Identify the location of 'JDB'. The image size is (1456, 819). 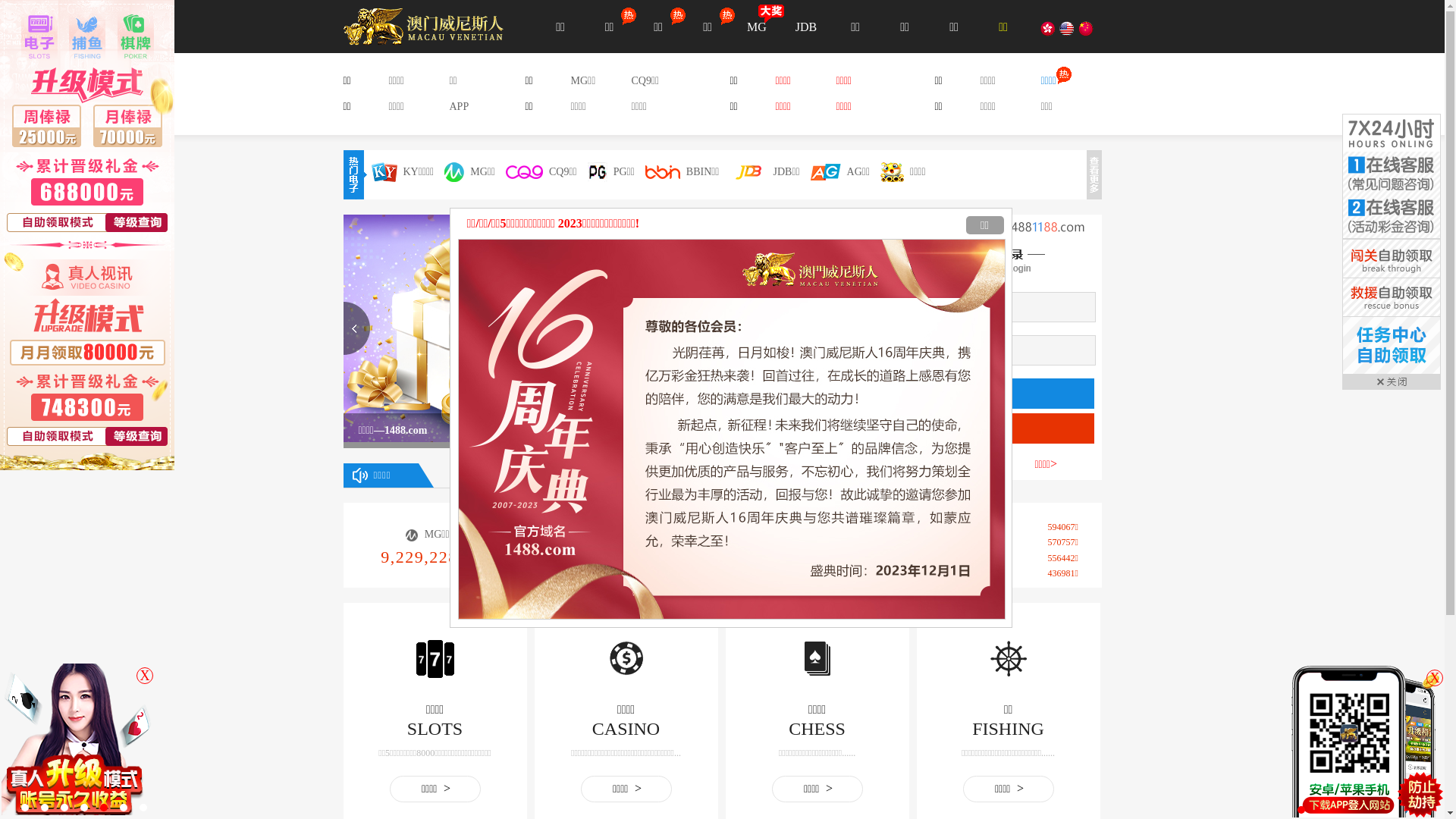
(805, 26).